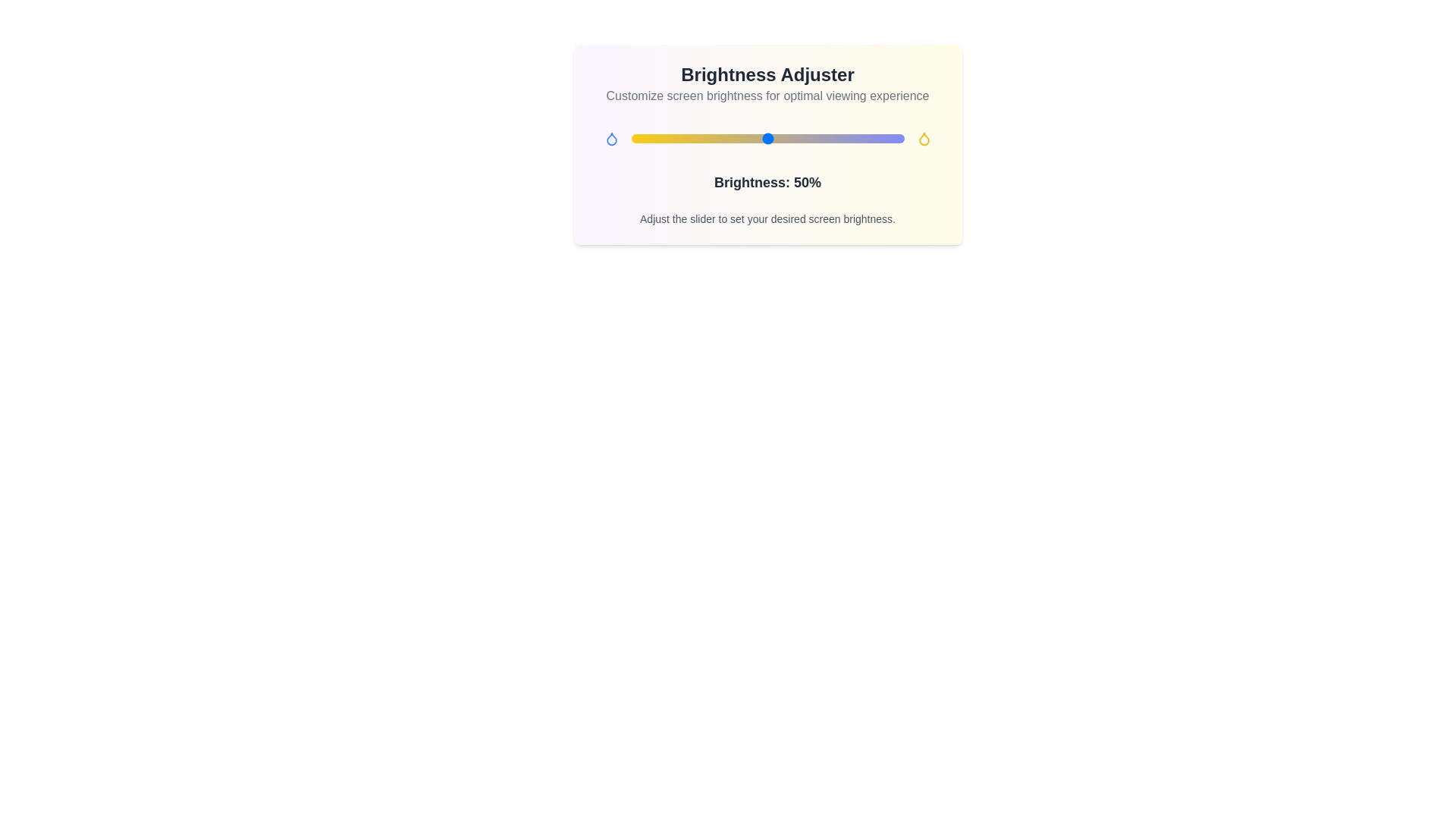 The image size is (1456, 819). What do you see at coordinates (770, 138) in the screenshot?
I see `the brightness slider to 51% to observe the gradient` at bounding box center [770, 138].